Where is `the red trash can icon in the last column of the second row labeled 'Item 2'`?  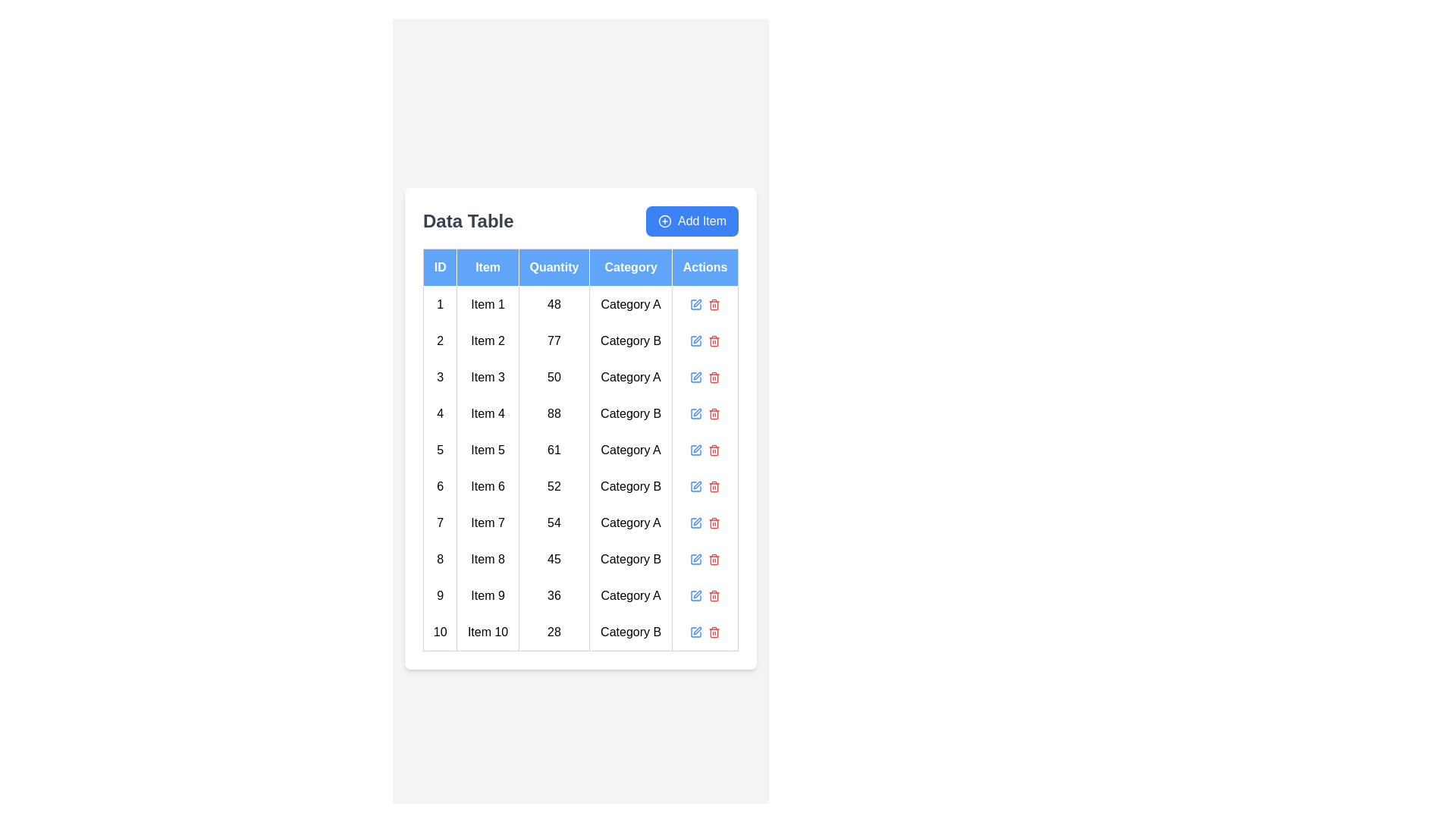 the red trash can icon in the last column of the second row labeled 'Item 2' is located at coordinates (714, 340).